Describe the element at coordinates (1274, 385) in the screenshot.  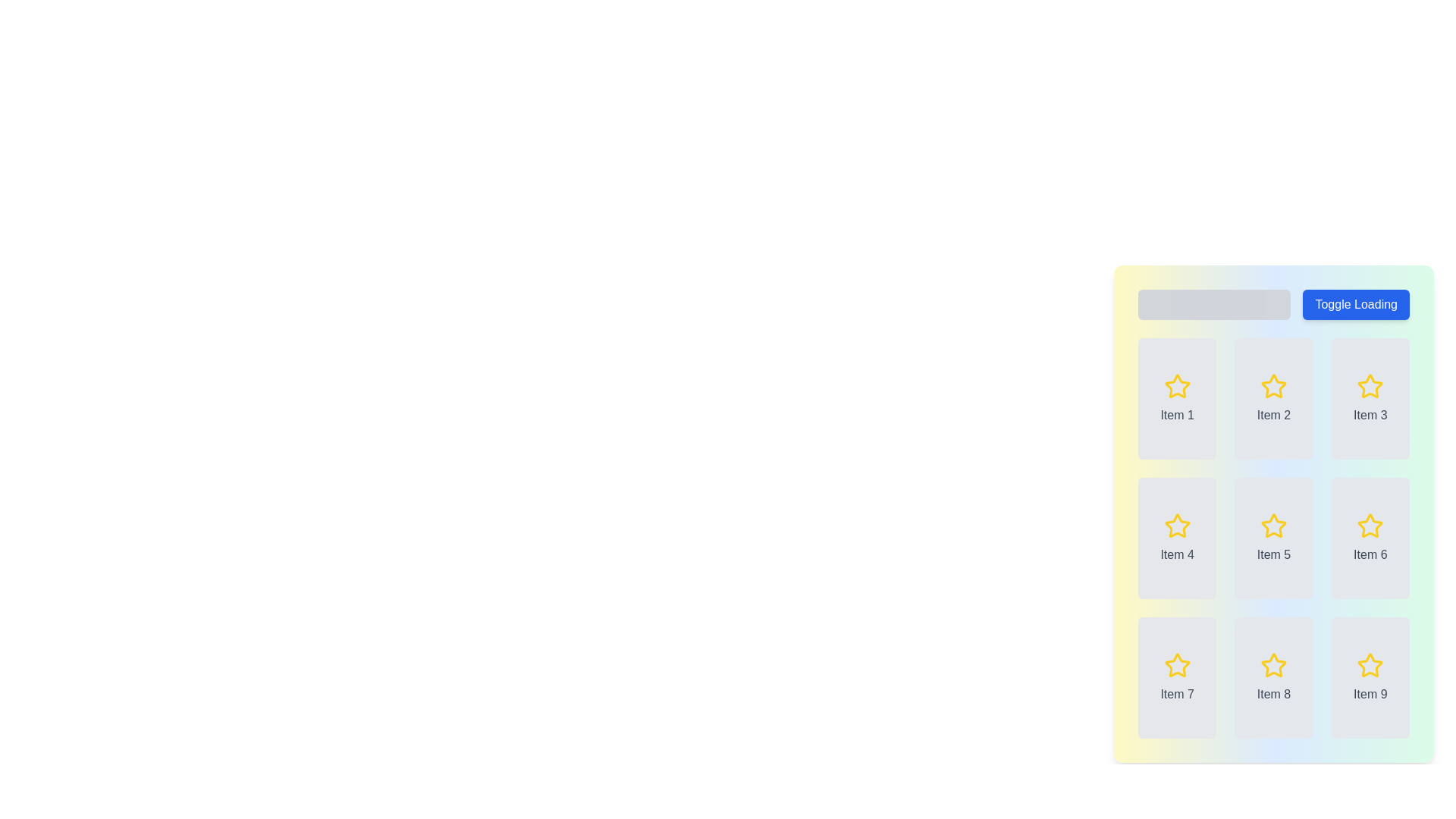
I see `the yellow outlined rating star icon located in the second position from the left on the top row of the grid layout` at that location.